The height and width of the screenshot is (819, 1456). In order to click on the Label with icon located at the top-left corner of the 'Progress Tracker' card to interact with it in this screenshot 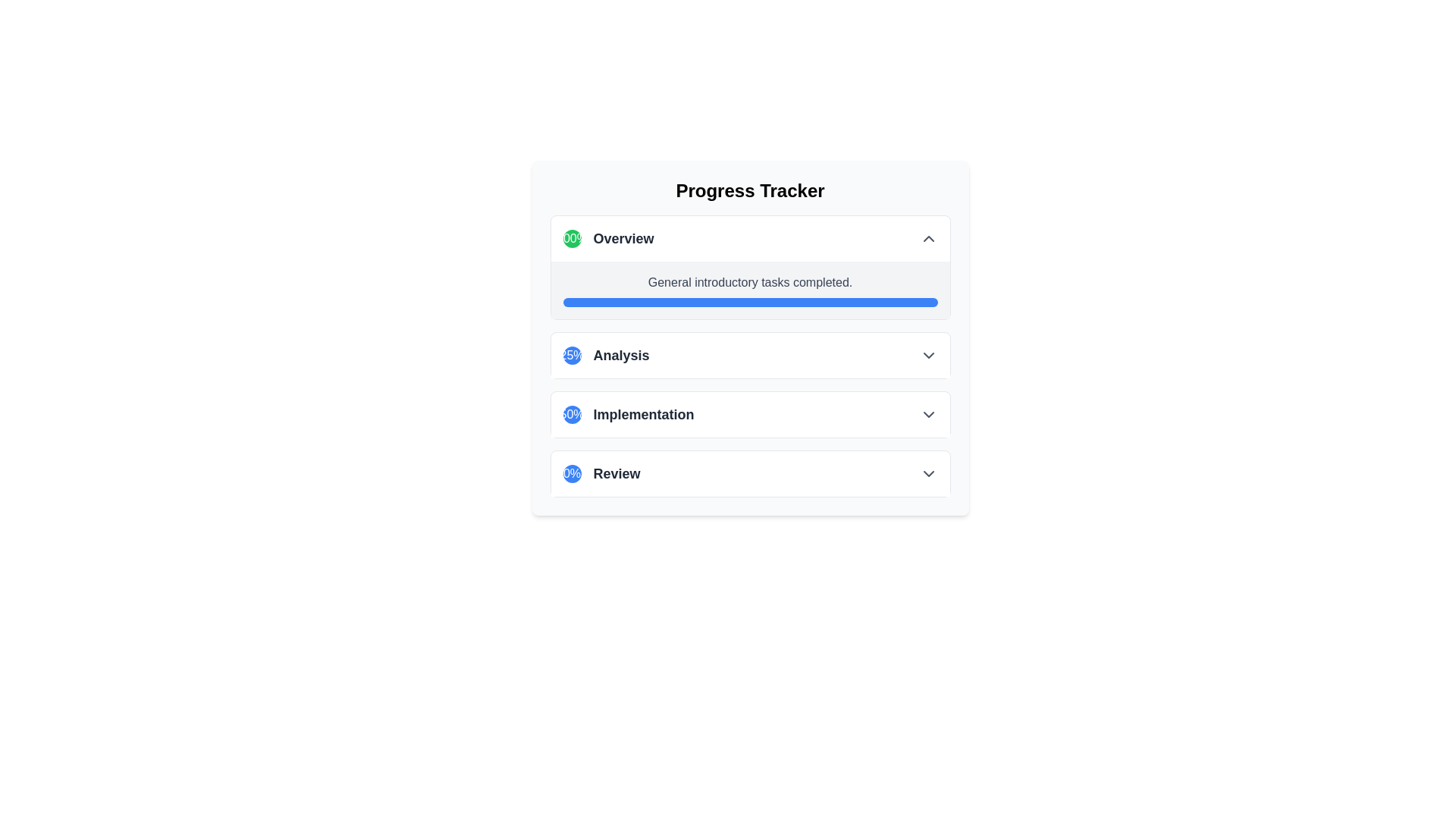, I will do `click(608, 239)`.